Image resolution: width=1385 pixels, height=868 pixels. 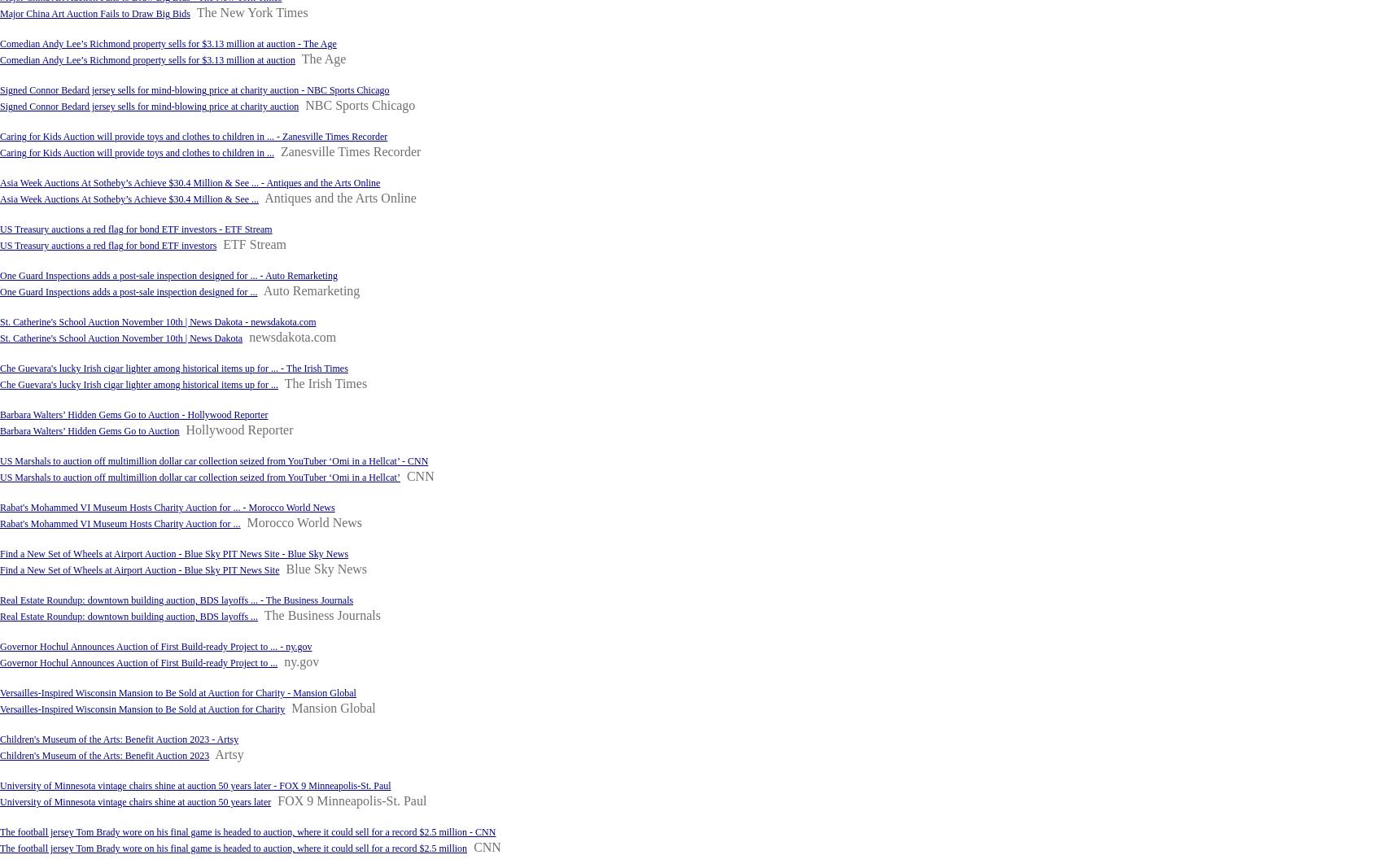 I want to click on 'Hollywood Reporter', so click(x=185, y=429).